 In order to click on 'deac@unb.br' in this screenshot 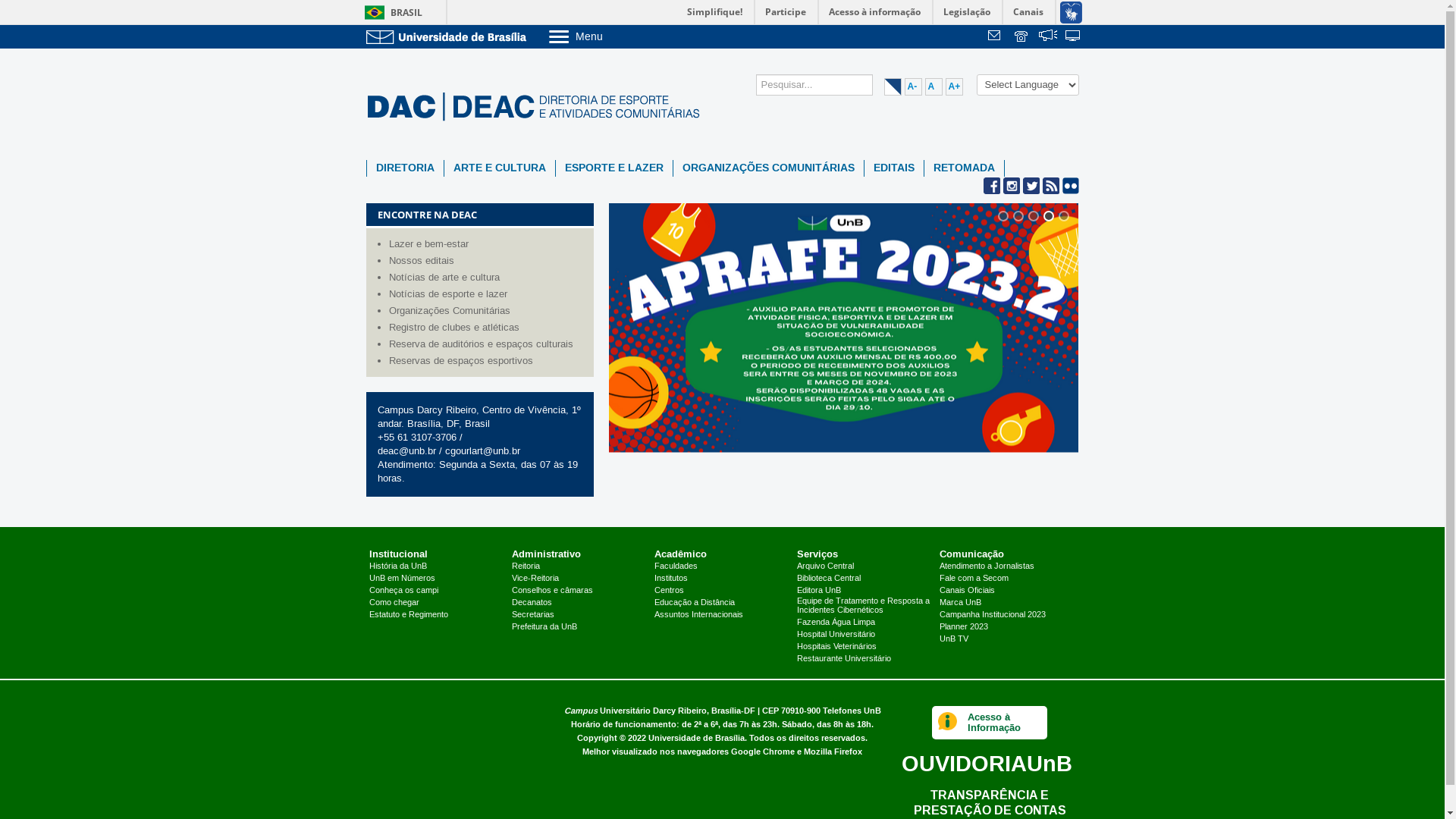, I will do `click(406, 450)`.